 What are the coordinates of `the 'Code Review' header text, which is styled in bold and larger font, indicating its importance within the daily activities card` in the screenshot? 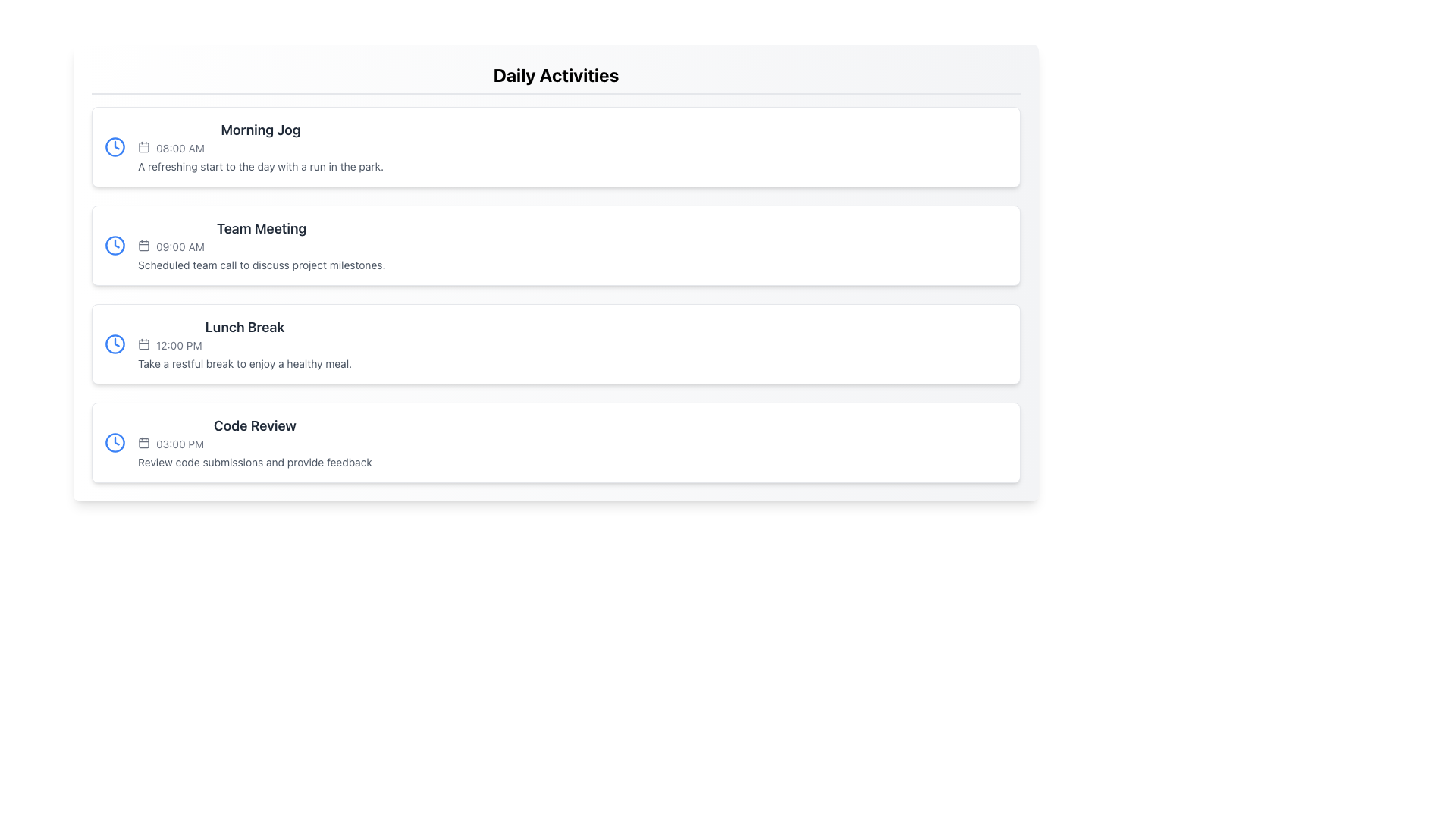 It's located at (255, 426).